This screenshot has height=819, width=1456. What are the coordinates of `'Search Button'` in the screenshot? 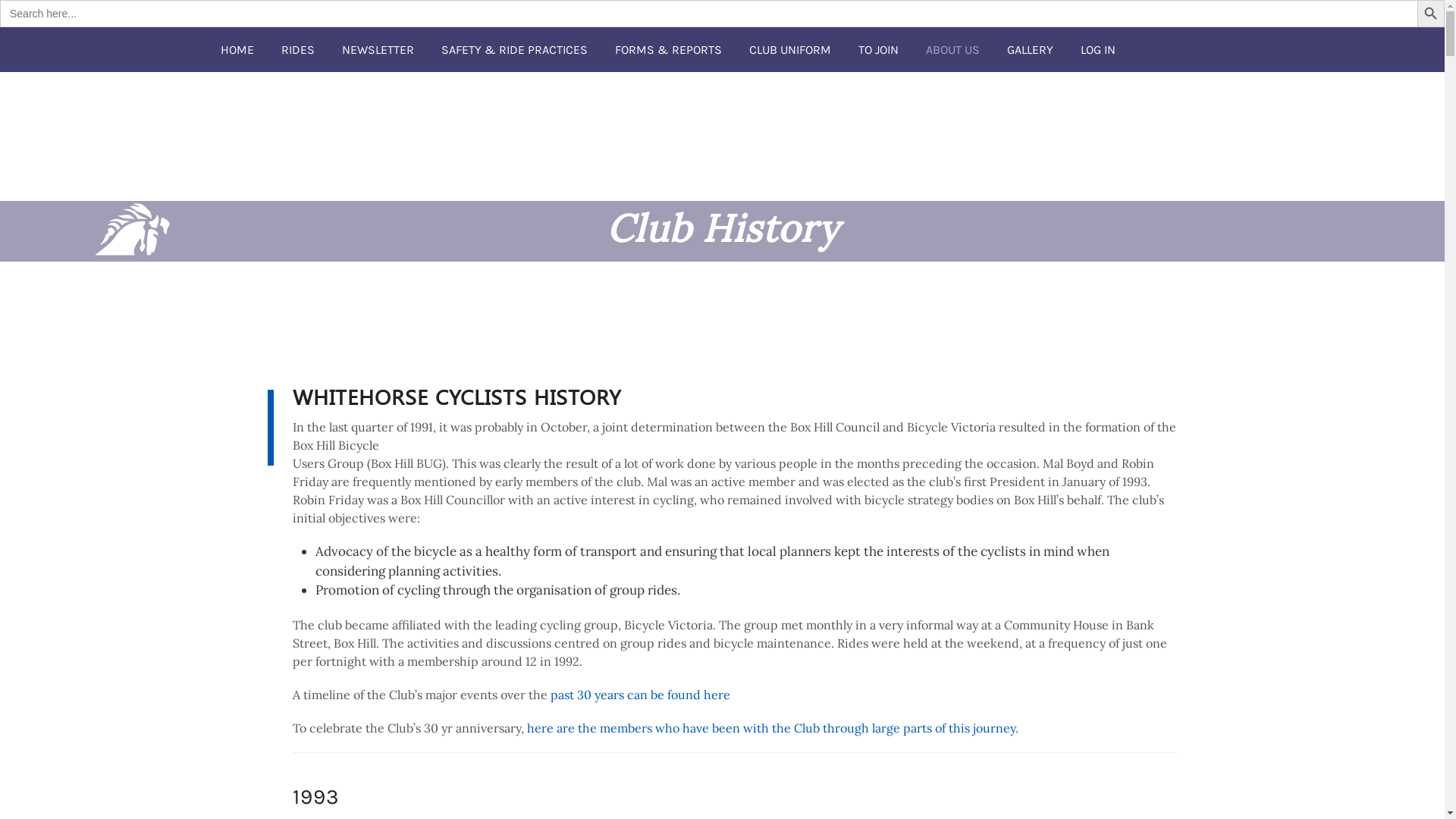 It's located at (1429, 14).